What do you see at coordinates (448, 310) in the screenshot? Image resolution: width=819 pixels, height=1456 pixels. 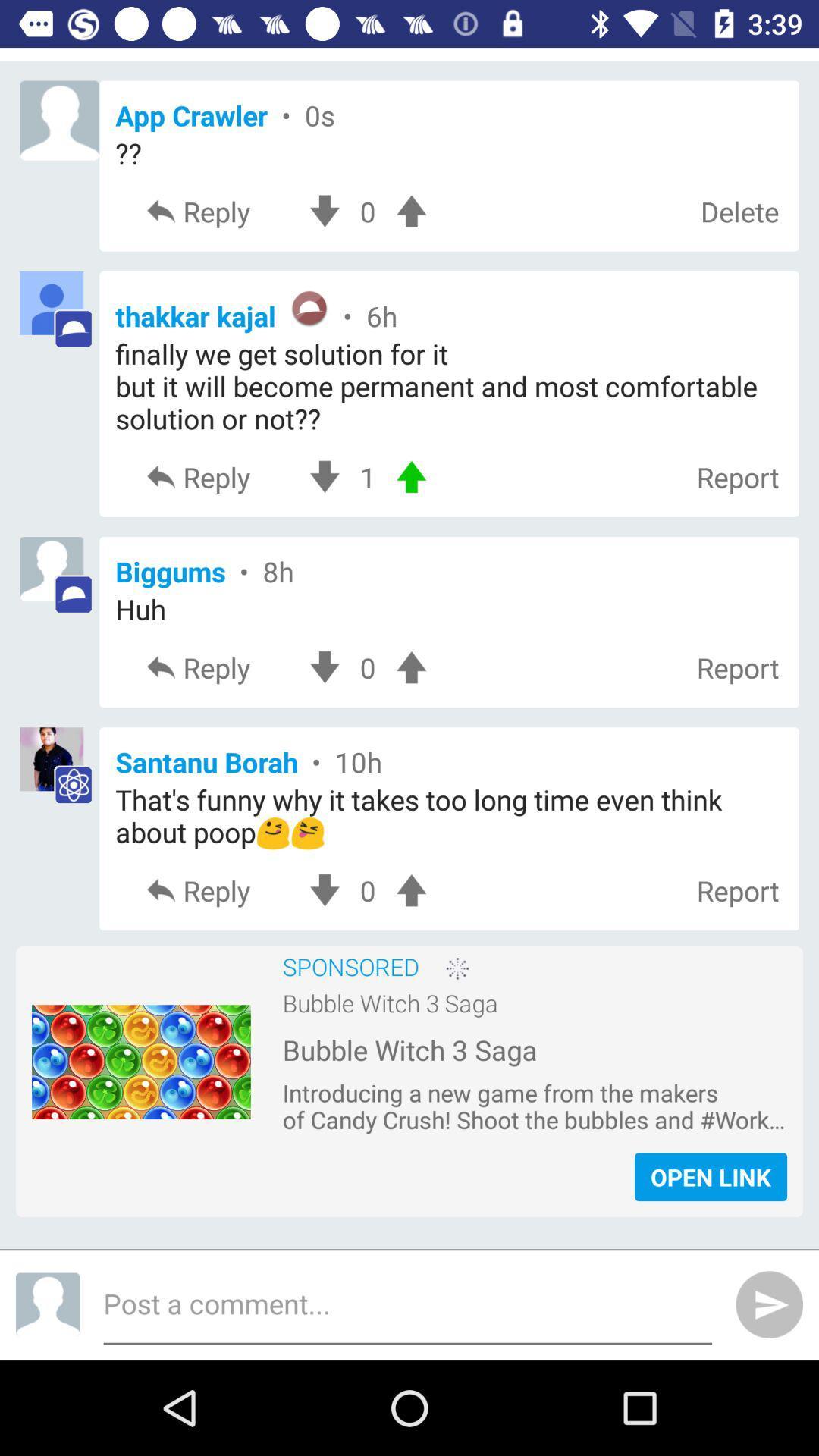 I see `the text thakkar kajal` at bounding box center [448, 310].